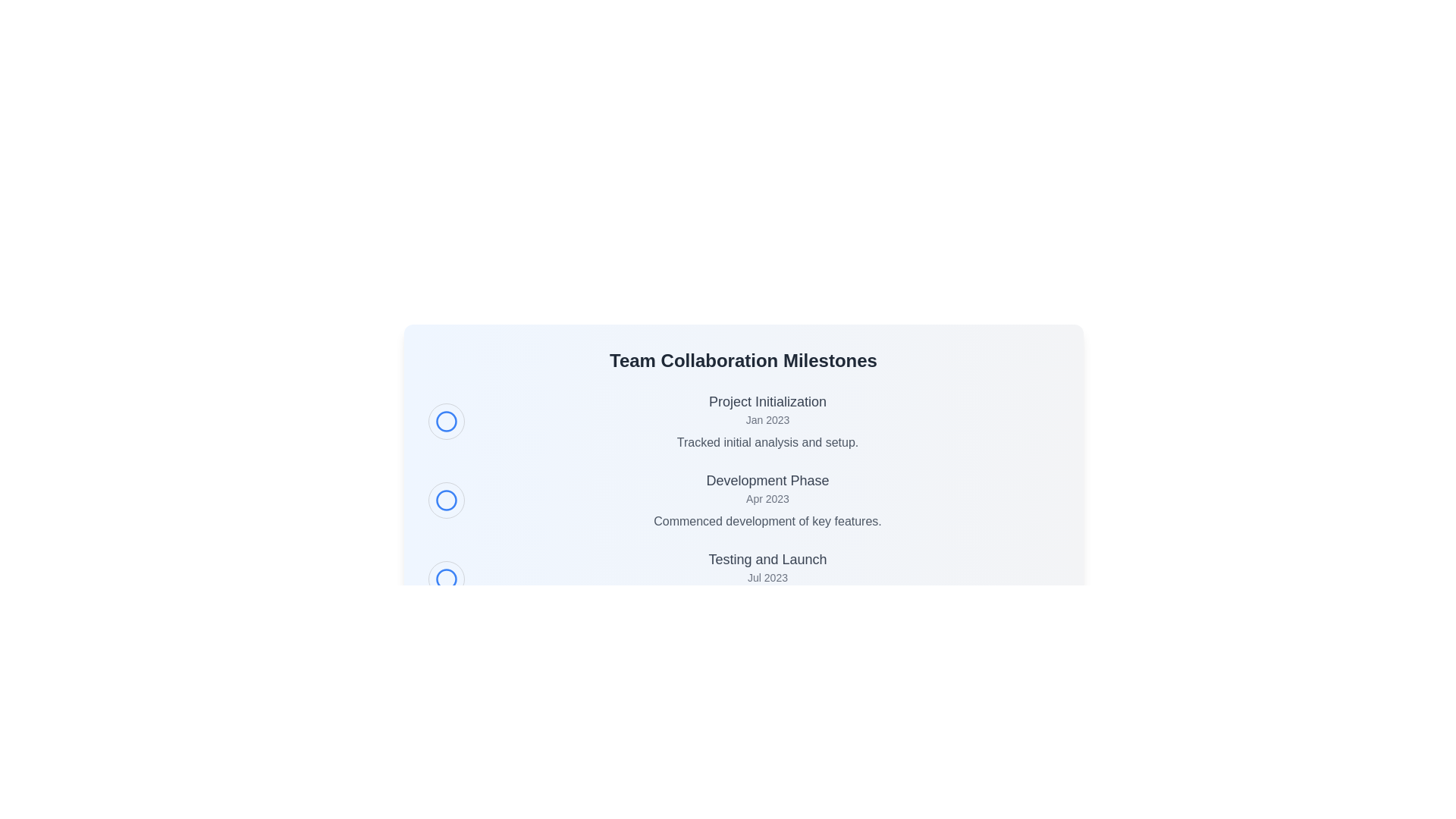 The height and width of the screenshot is (819, 1456). I want to click on details in the 'Team Collaboration Milestones' section, which includes subsections for 'Project Initialization', 'Development Phase', and 'Testing and Launch', so click(743, 503).